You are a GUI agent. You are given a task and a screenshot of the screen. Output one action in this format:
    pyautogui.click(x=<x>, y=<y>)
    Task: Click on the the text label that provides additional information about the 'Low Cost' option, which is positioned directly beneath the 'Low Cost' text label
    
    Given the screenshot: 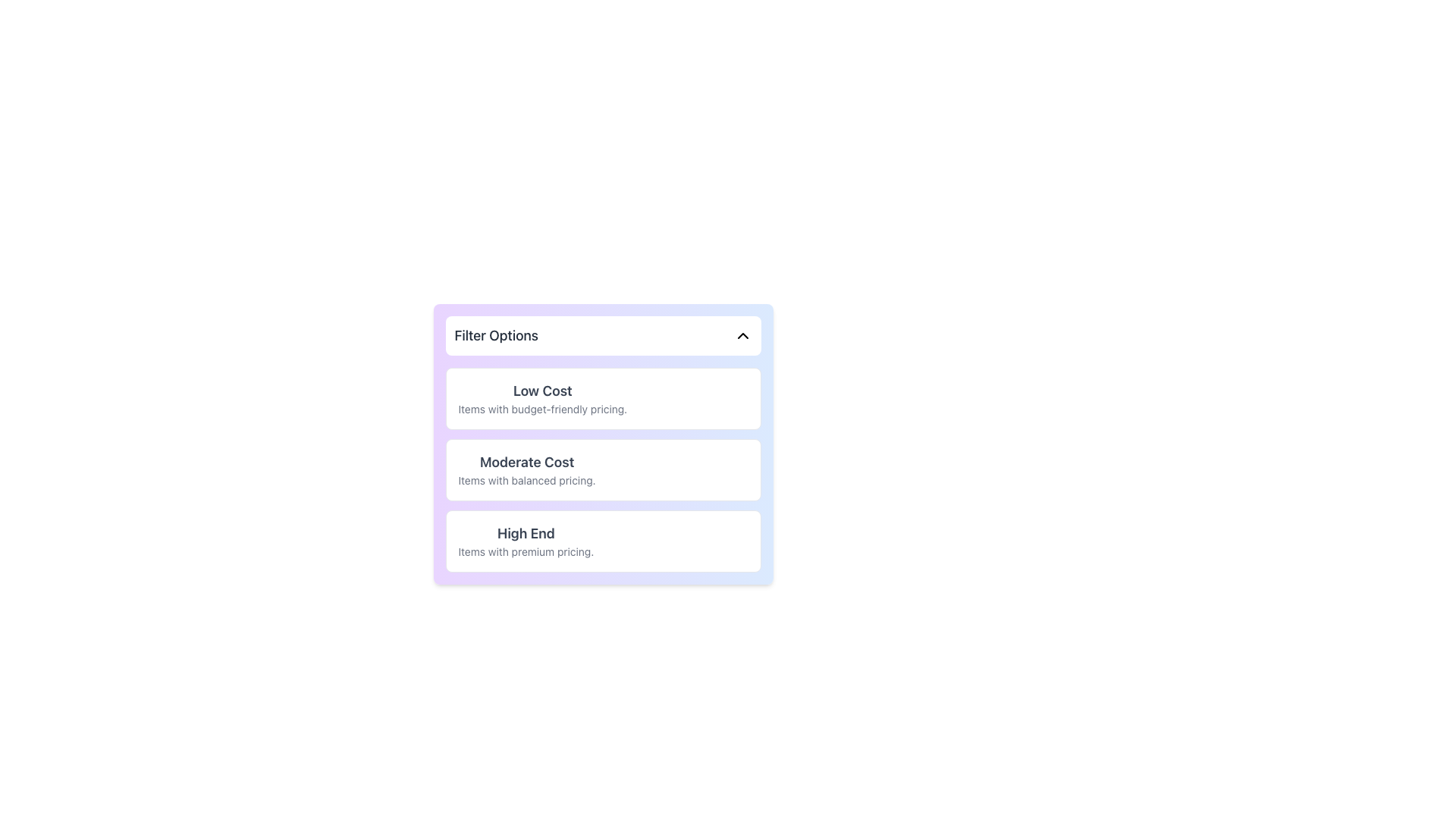 What is the action you would take?
    pyautogui.click(x=542, y=409)
    